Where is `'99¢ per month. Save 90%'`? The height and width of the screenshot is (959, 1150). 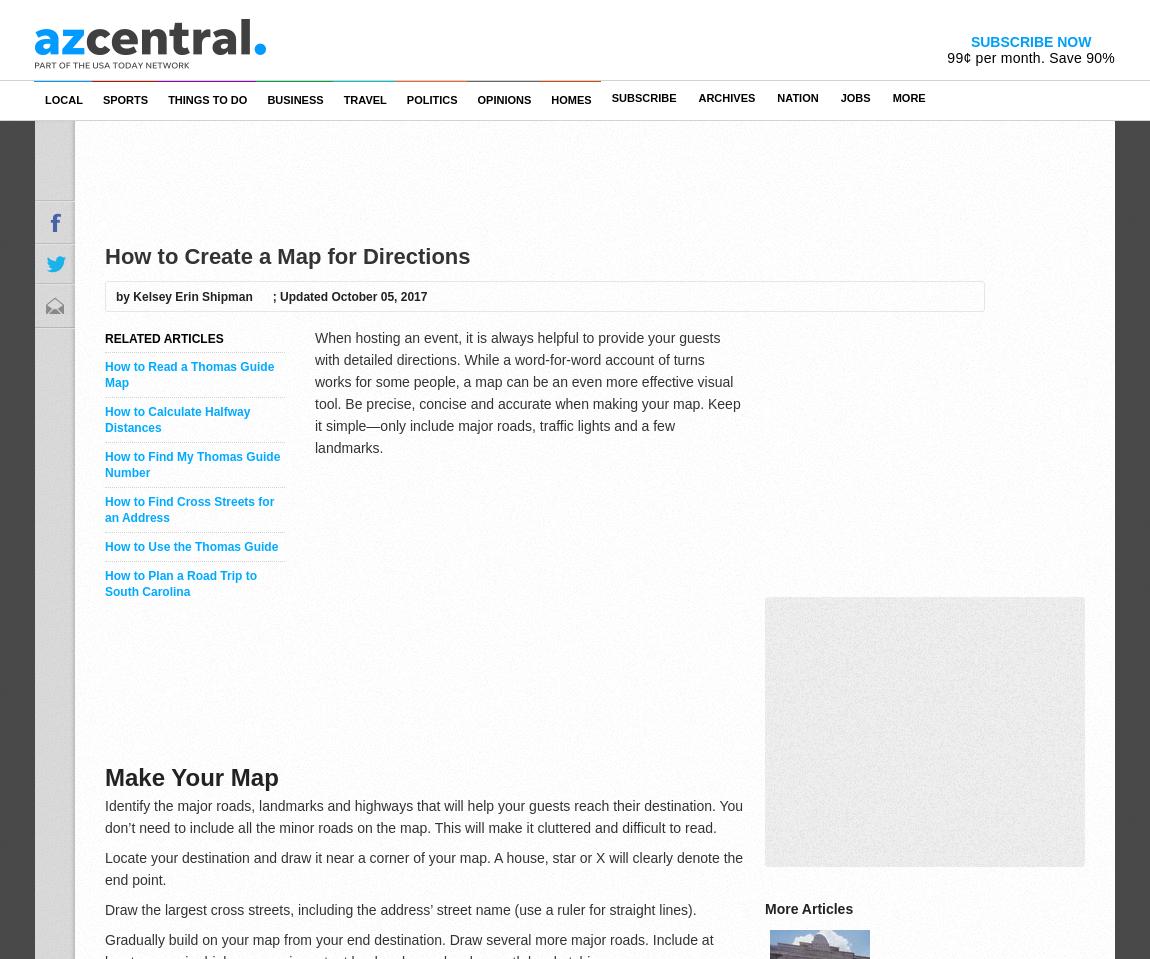
'99¢ per month. Save 90%' is located at coordinates (947, 57).